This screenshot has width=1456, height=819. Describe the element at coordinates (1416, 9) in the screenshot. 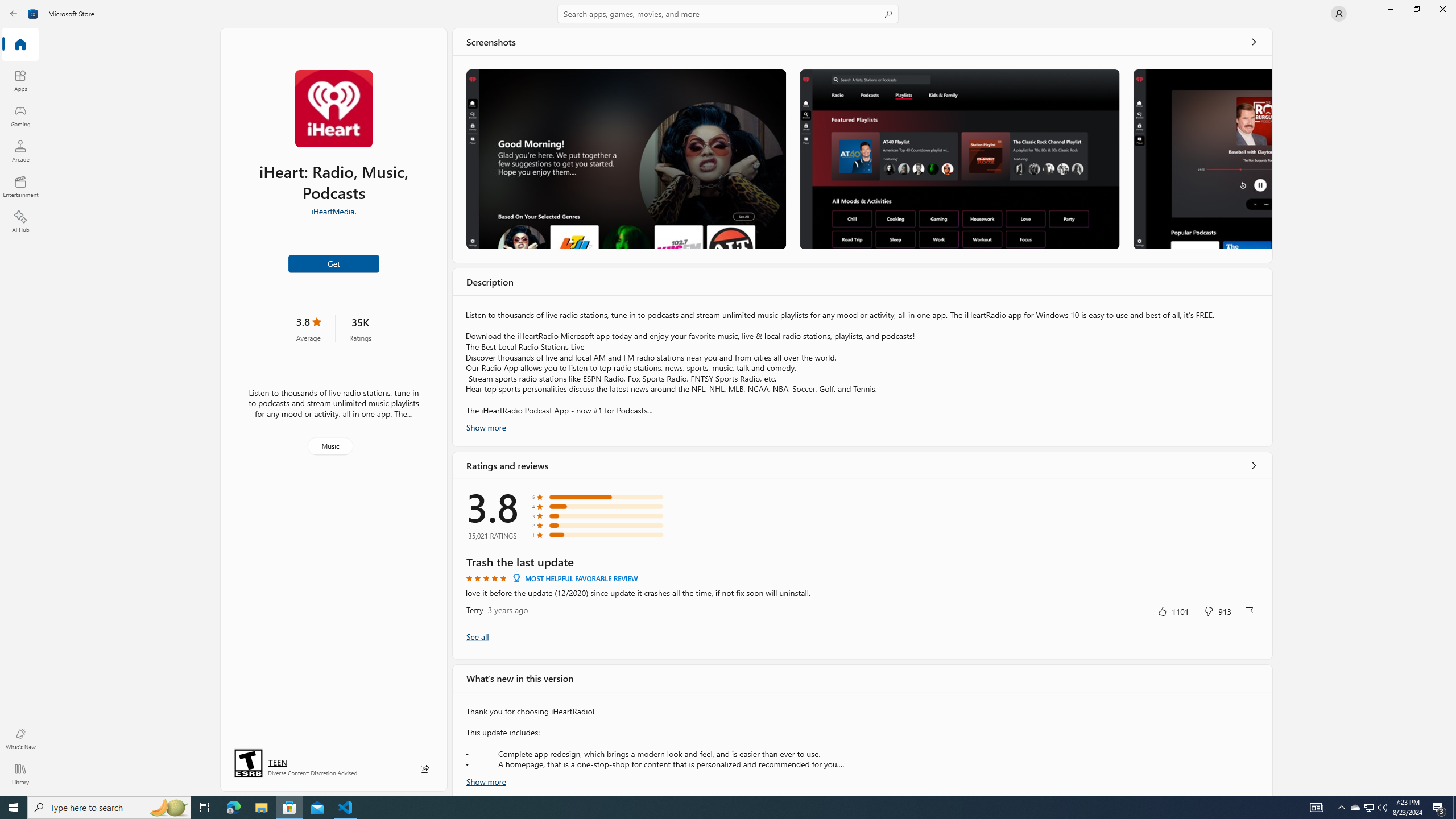

I see `'Restore Microsoft Store'` at that location.